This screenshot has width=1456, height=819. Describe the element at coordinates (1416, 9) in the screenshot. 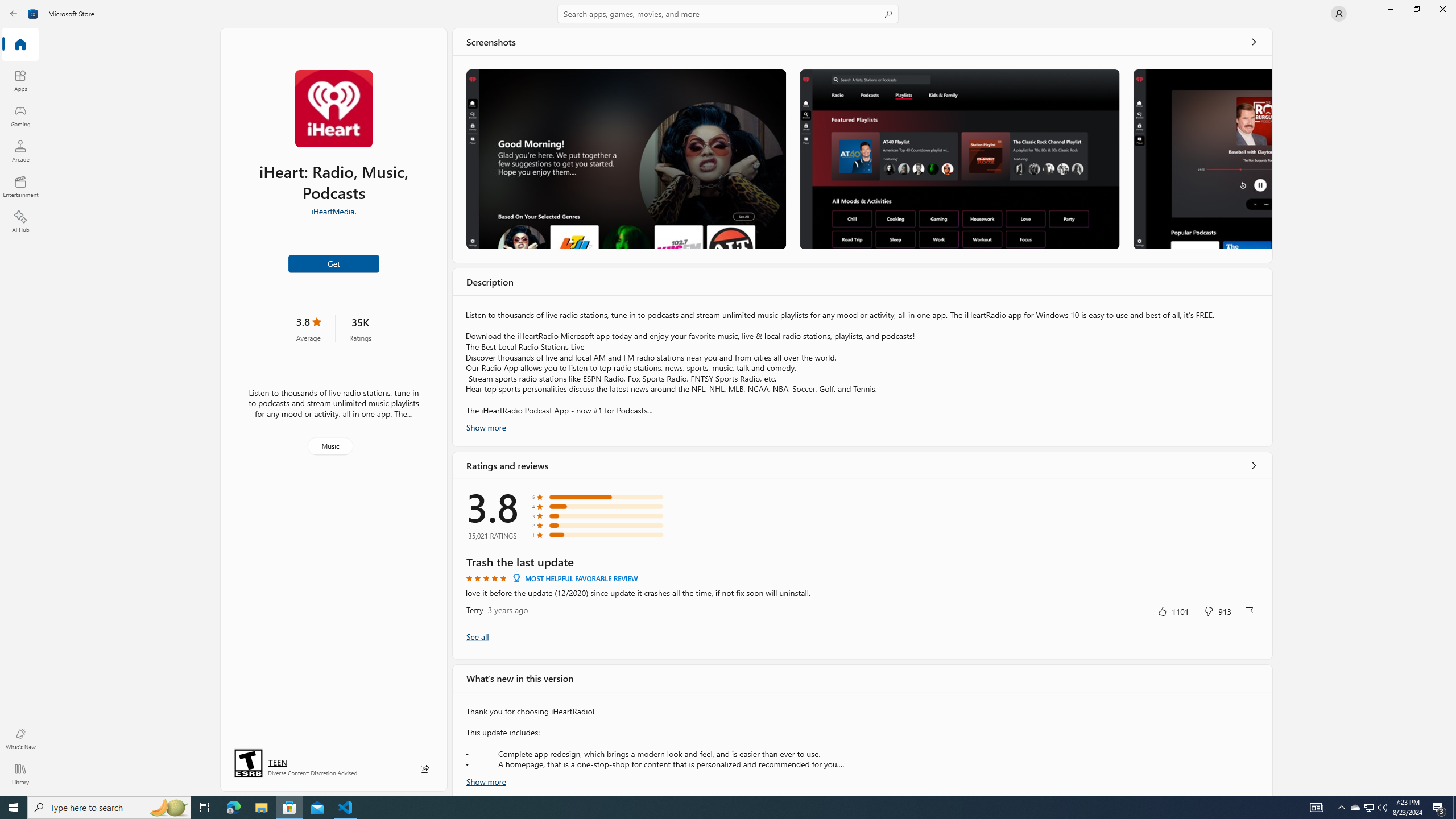

I see `'Restore Microsoft Store'` at that location.